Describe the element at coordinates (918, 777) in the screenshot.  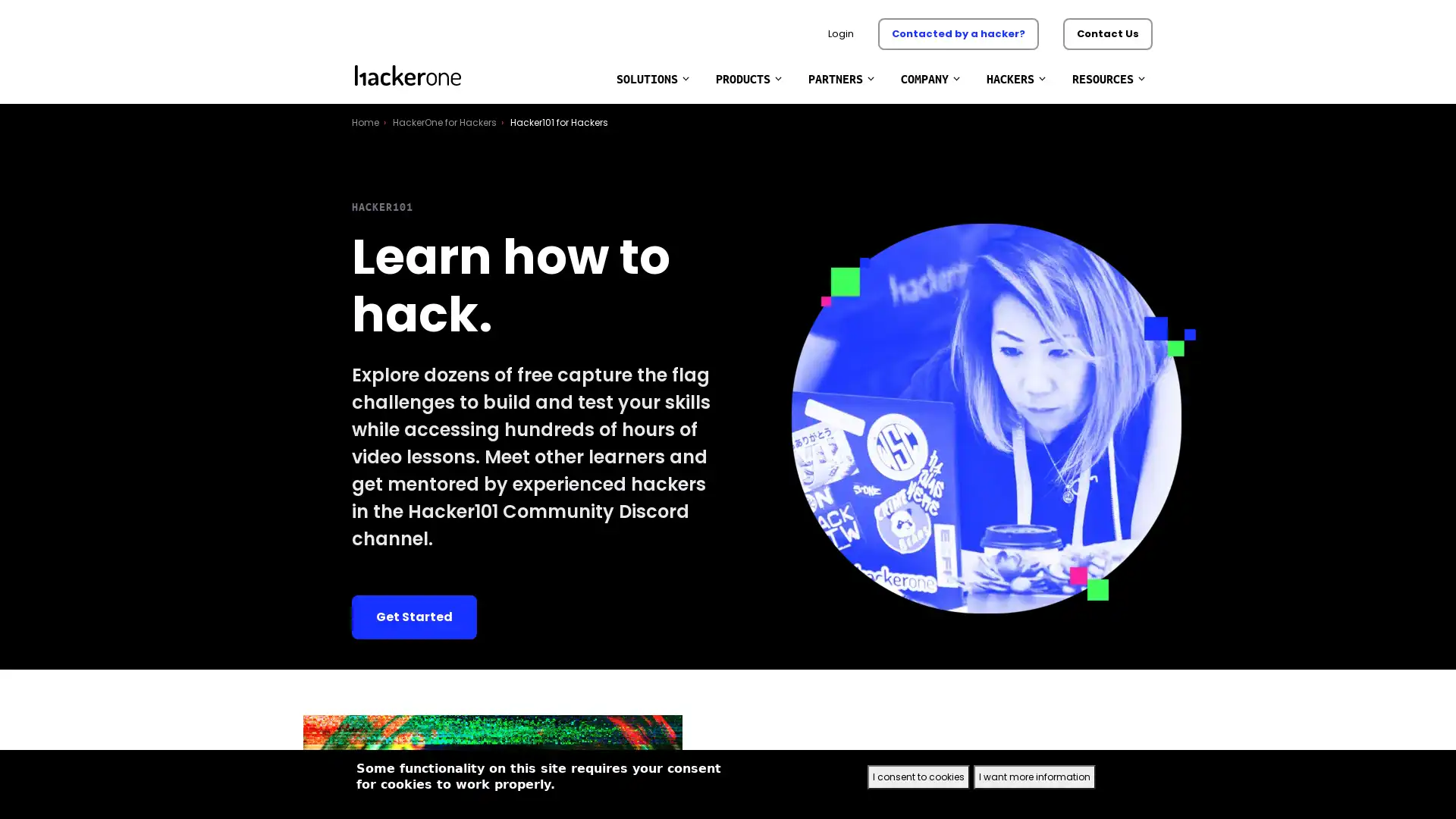
I see `I consent to cookies` at that location.